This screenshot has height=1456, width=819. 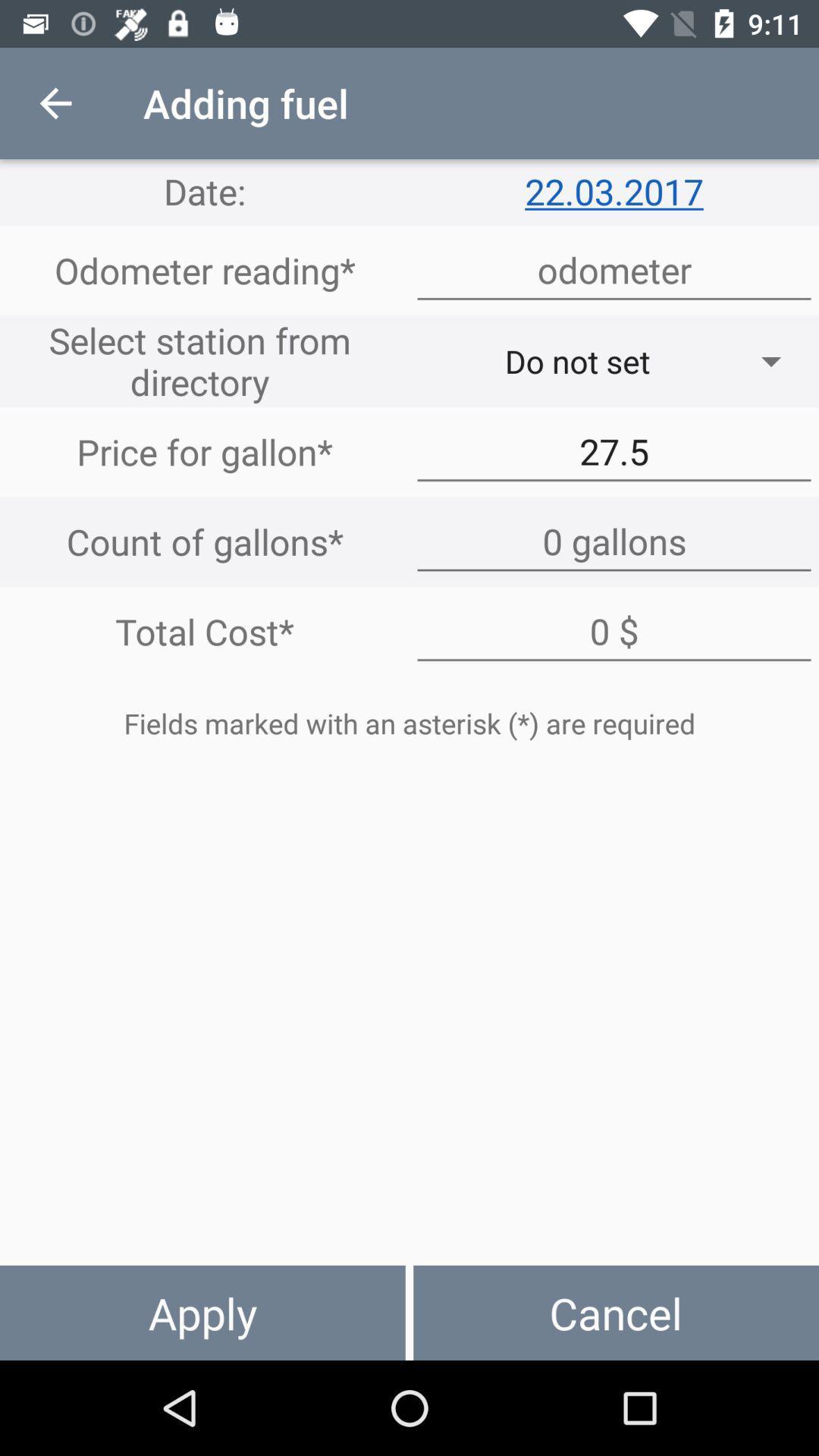 I want to click on insert gallons, so click(x=614, y=541).